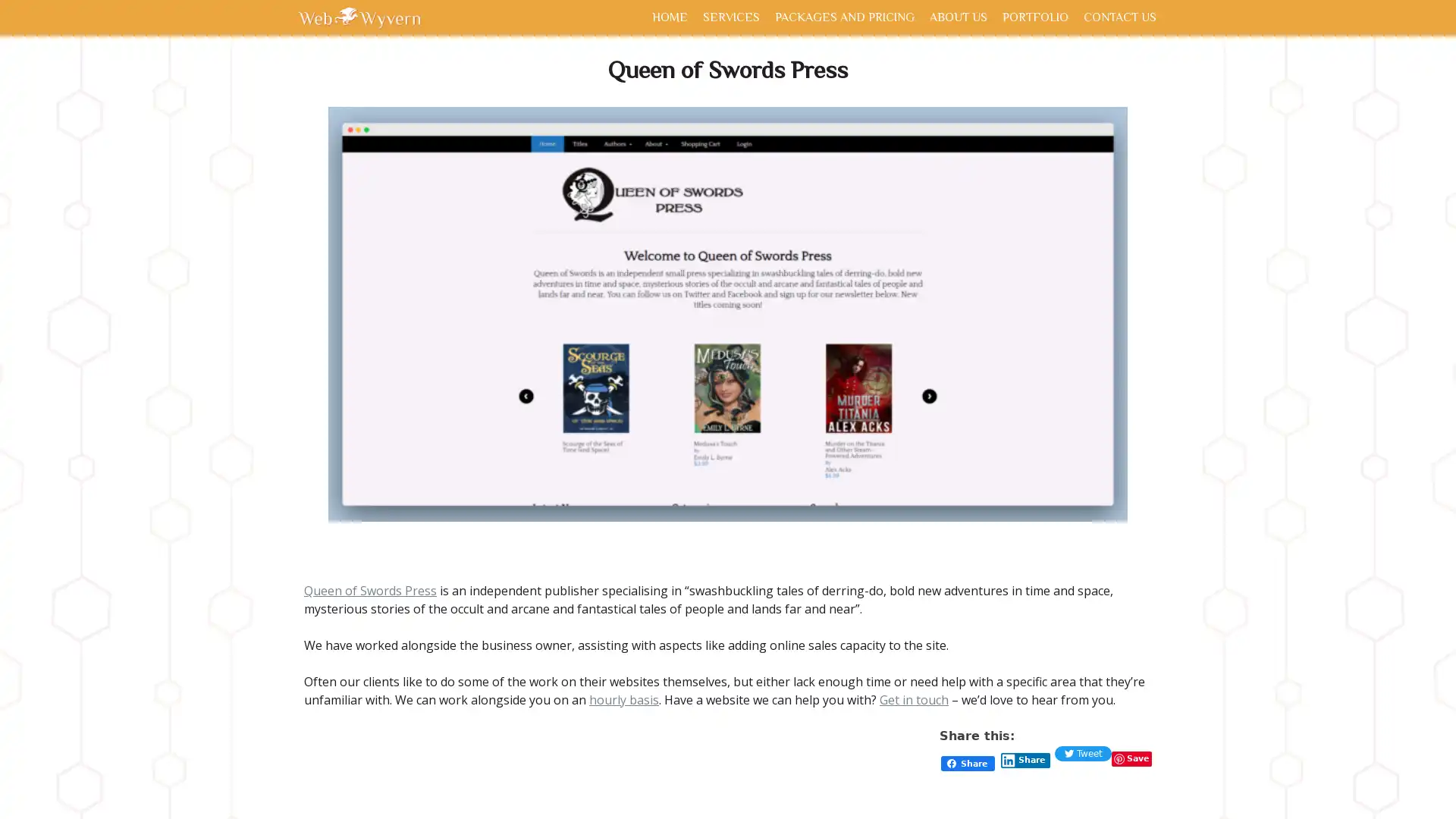 This screenshot has width=1456, height=819. Describe the element at coordinates (1025, 760) in the screenshot. I see `Share` at that location.